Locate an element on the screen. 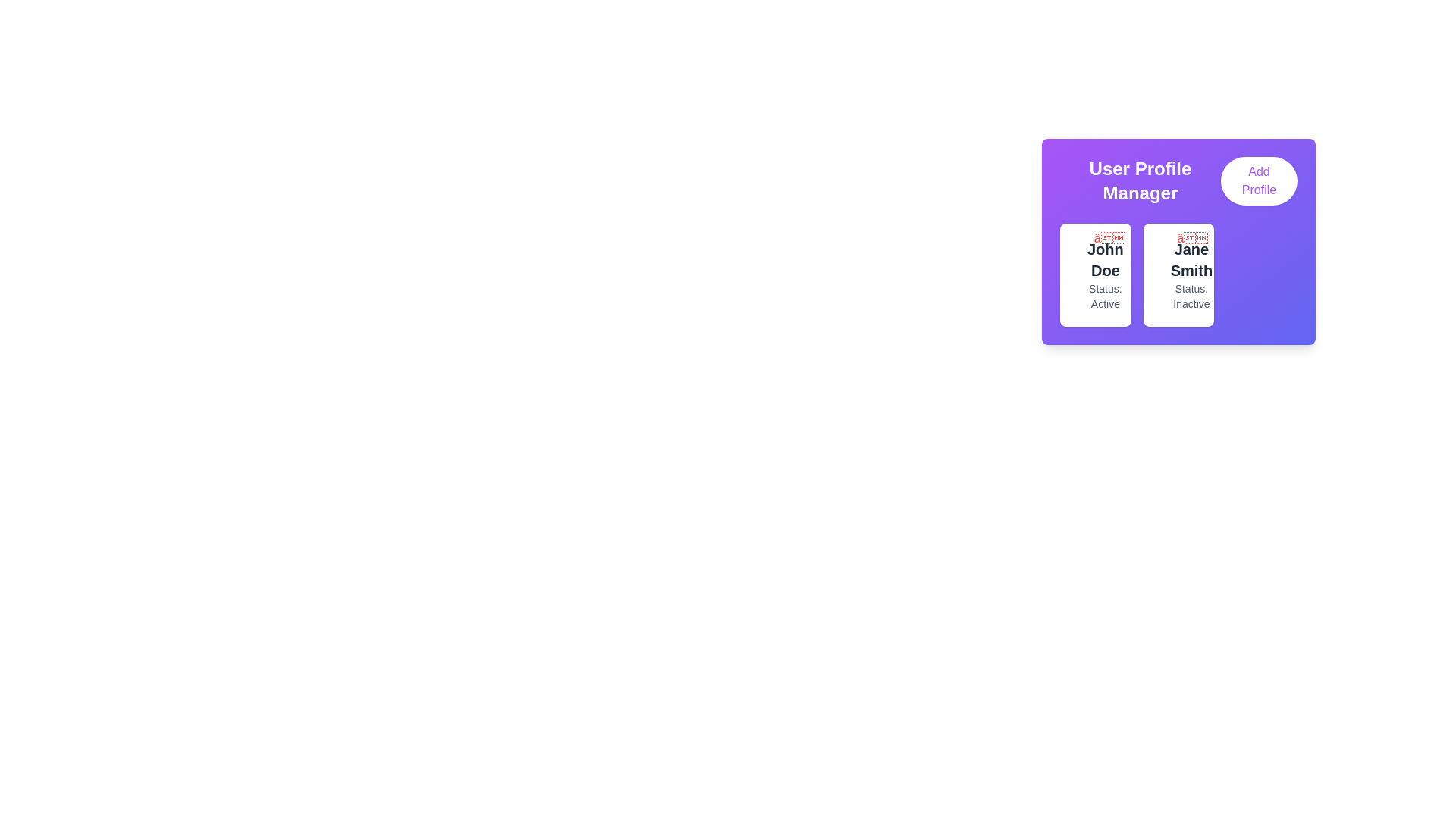 The height and width of the screenshot is (819, 1456). the text display element showing 'John' and 'Doe' within the left card of the 'User Profile Manager', which has a white background is located at coordinates (1105, 259).